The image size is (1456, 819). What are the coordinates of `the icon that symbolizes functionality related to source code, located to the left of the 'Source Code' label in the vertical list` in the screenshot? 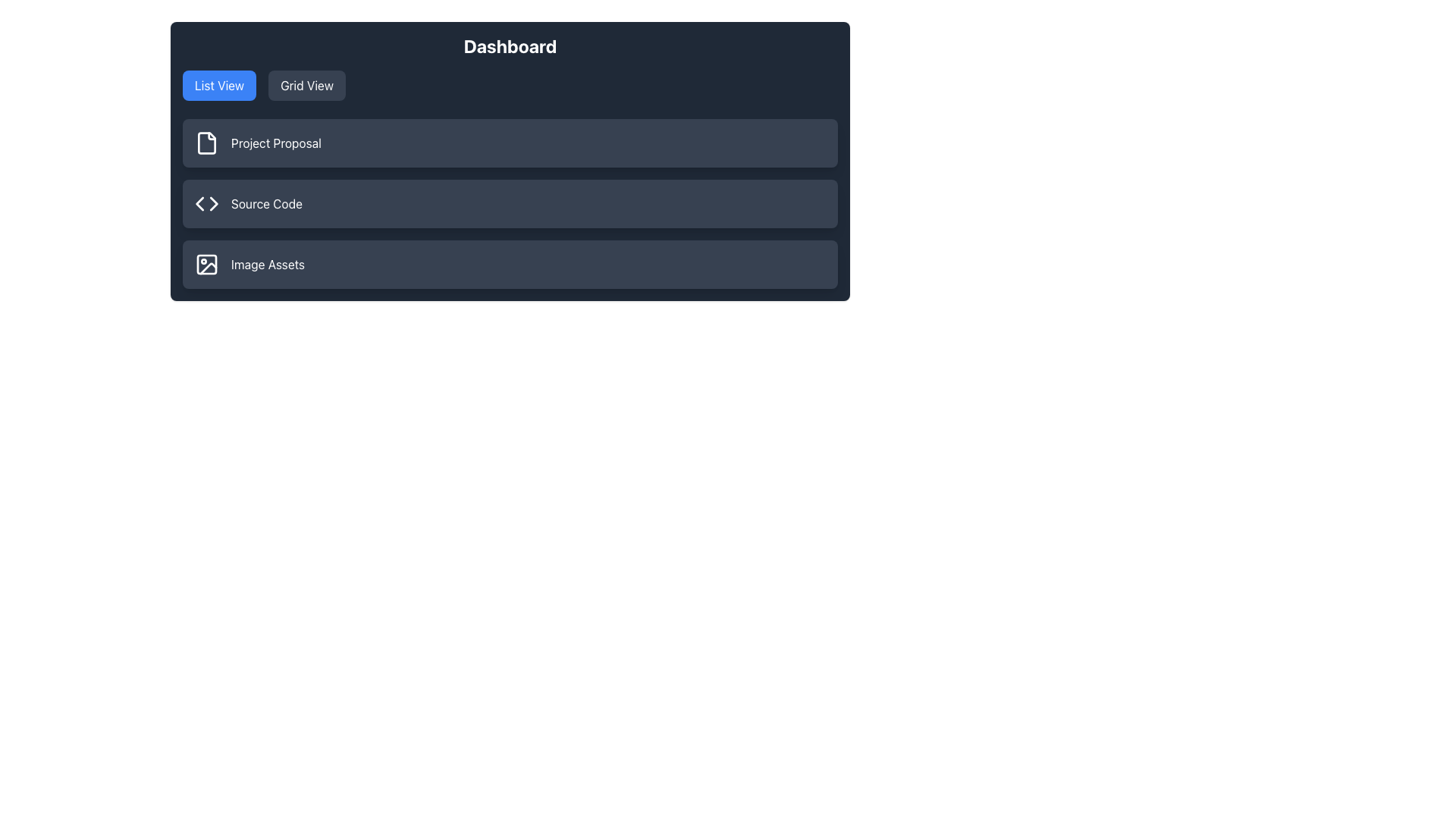 It's located at (206, 203).